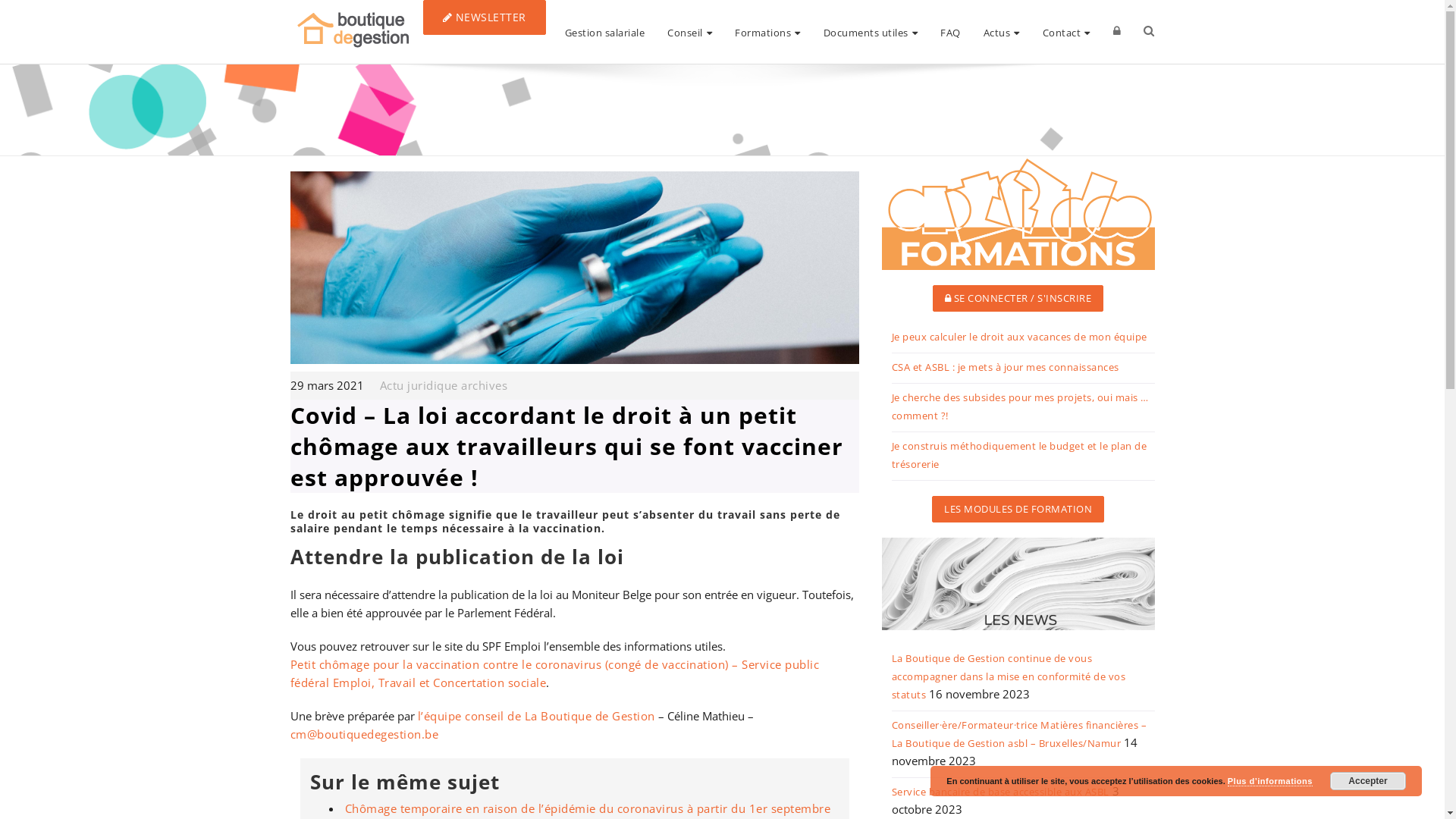 This screenshot has width=1456, height=819. I want to click on 'SE CONNECTER / S'INSCRIRE', so click(1018, 298).